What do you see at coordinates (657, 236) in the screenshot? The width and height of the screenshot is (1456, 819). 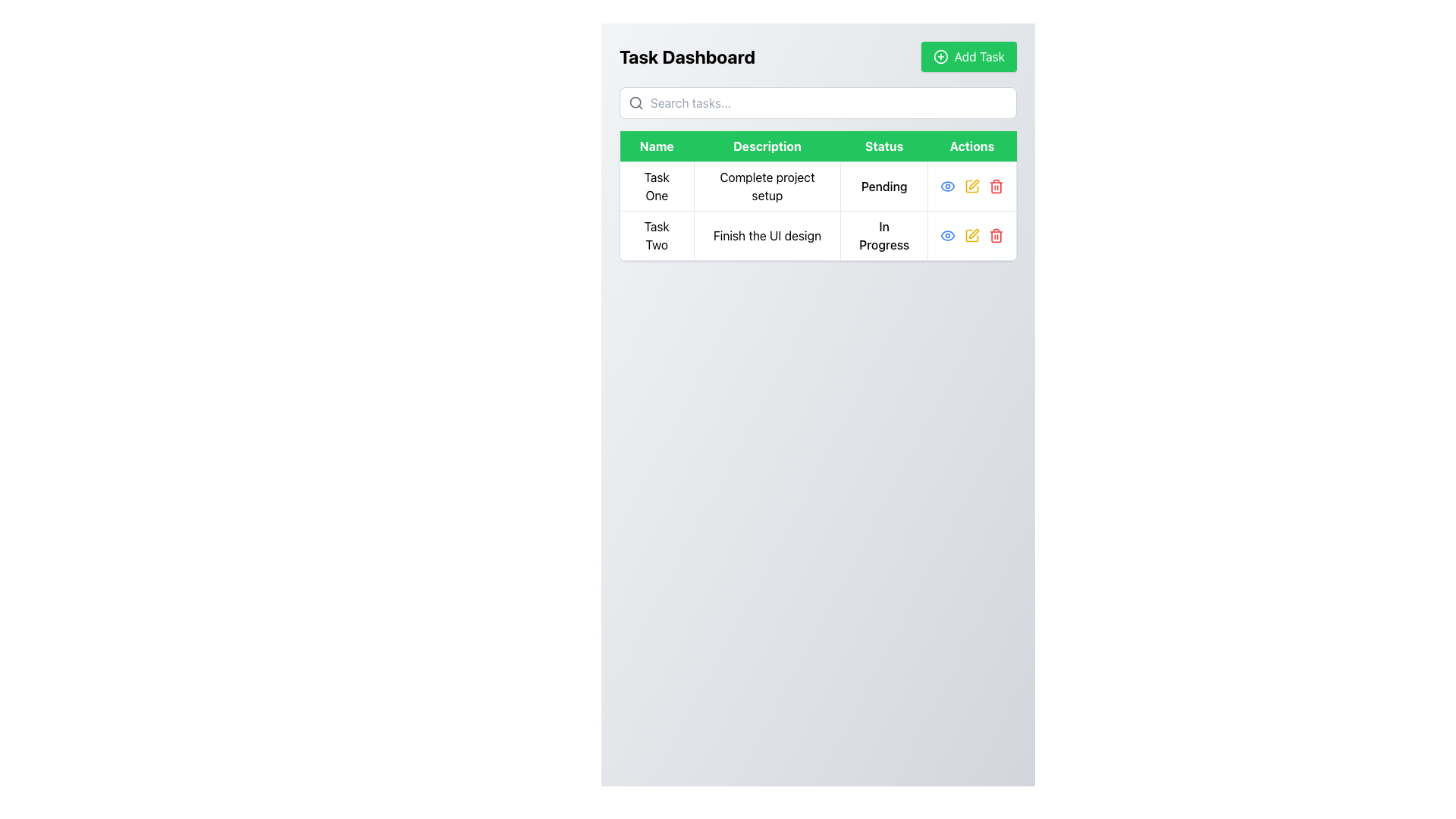 I see `the static text label that displays 'Task Two', which is located in the second row of the table under the 'Name' column` at bounding box center [657, 236].